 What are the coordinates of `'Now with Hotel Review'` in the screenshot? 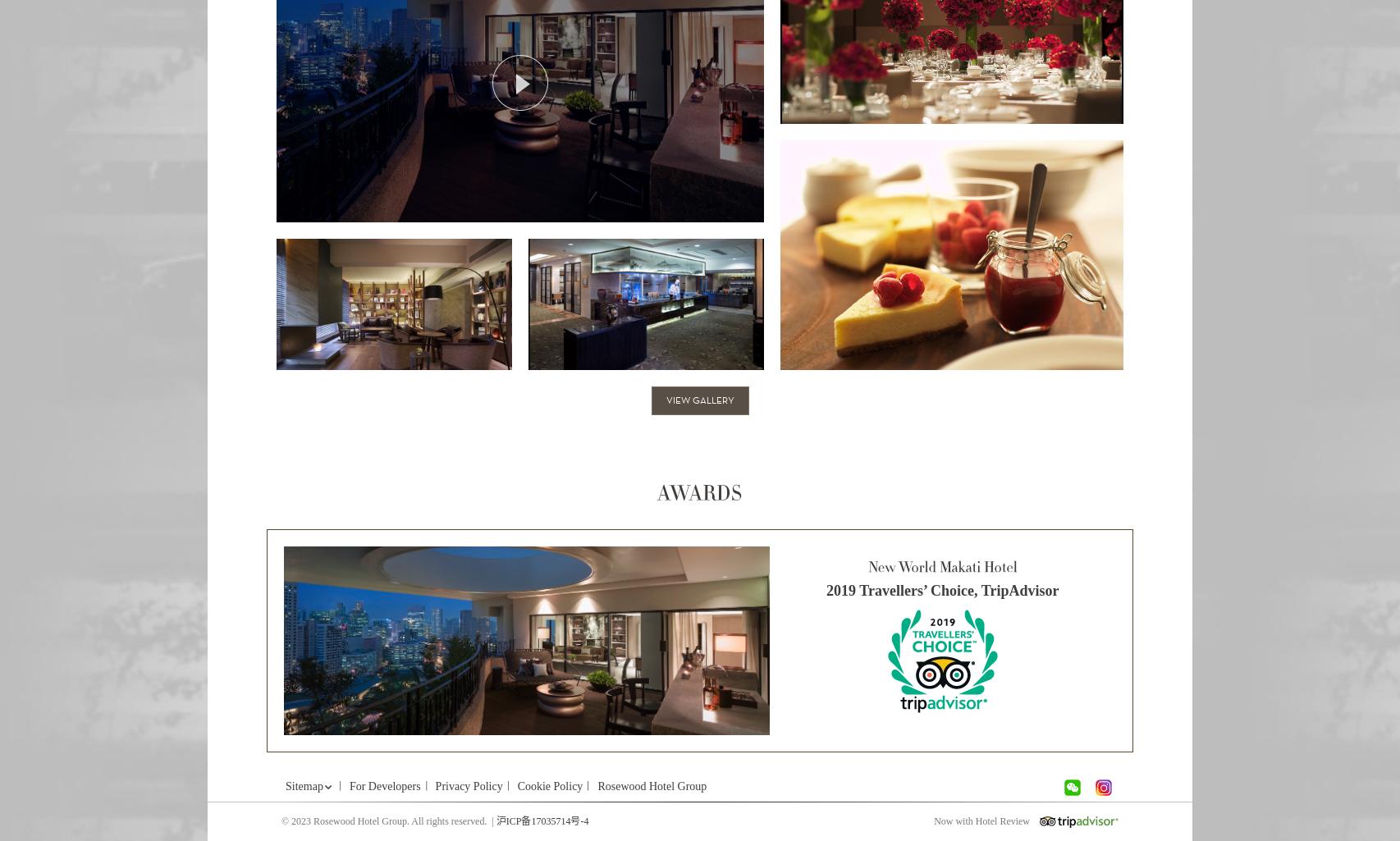 It's located at (986, 820).